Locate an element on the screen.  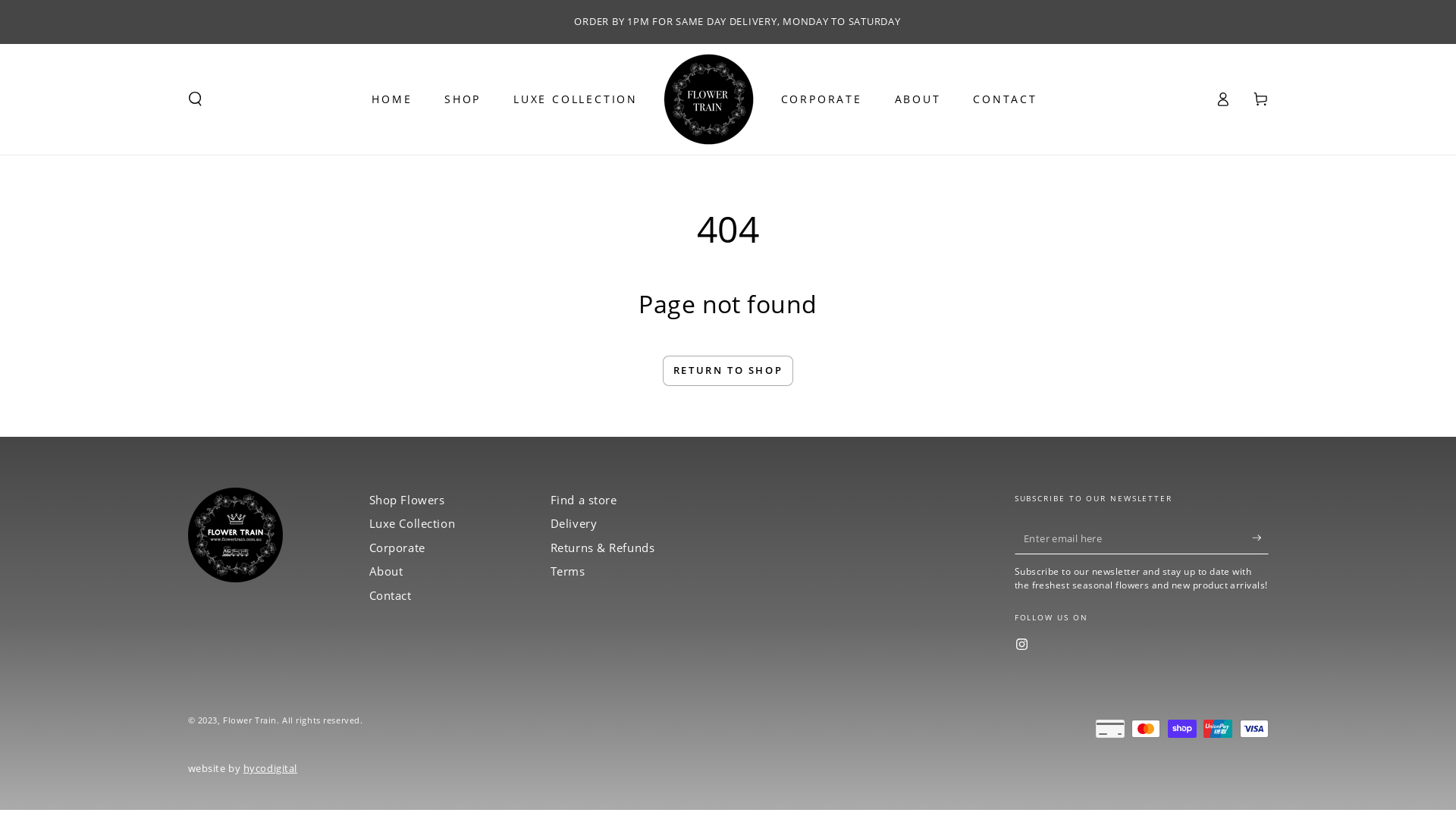
'Cart' is located at coordinates (1260, 99).